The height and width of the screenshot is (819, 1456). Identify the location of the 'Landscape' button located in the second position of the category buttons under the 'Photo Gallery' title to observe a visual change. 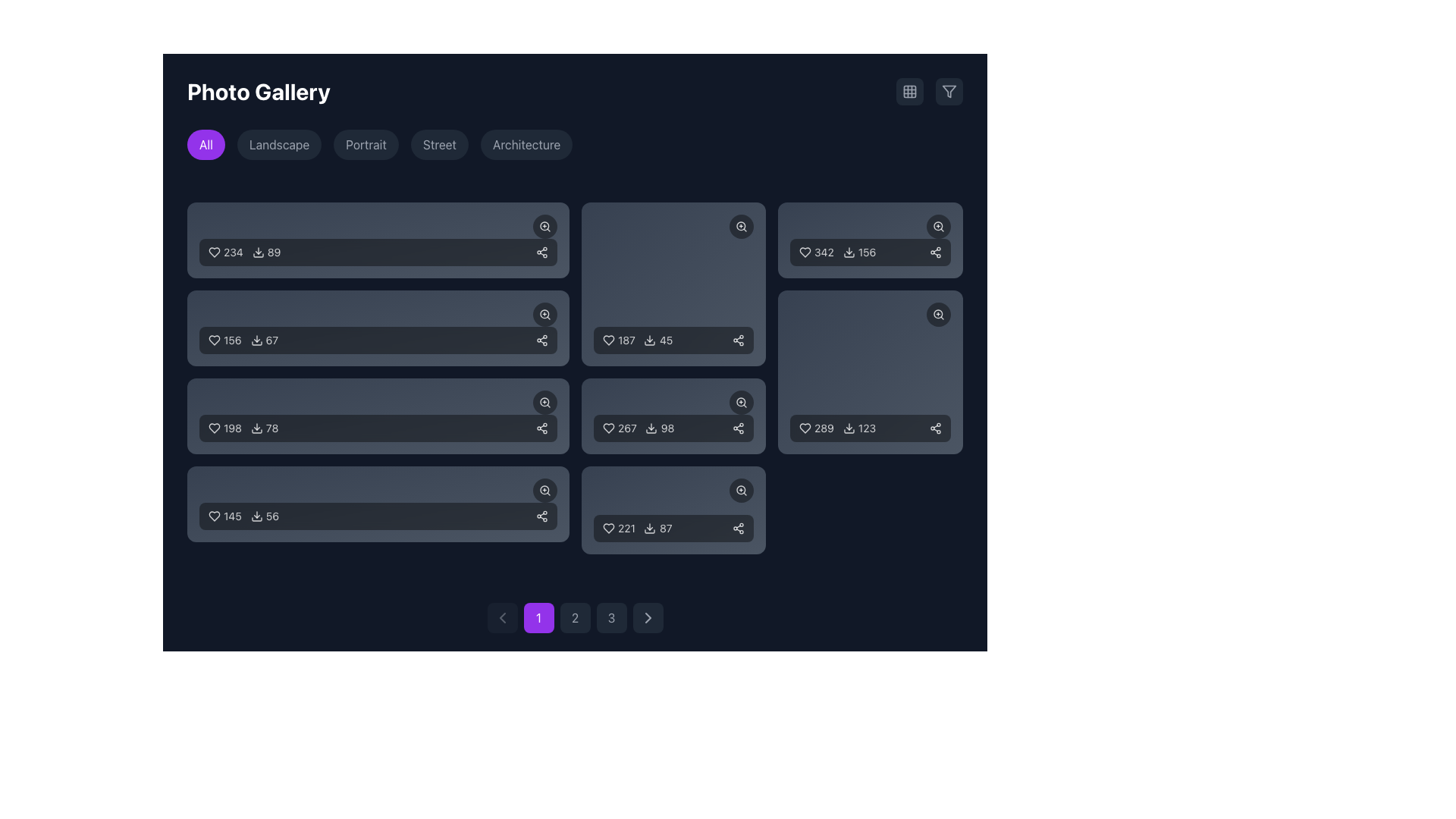
(279, 145).